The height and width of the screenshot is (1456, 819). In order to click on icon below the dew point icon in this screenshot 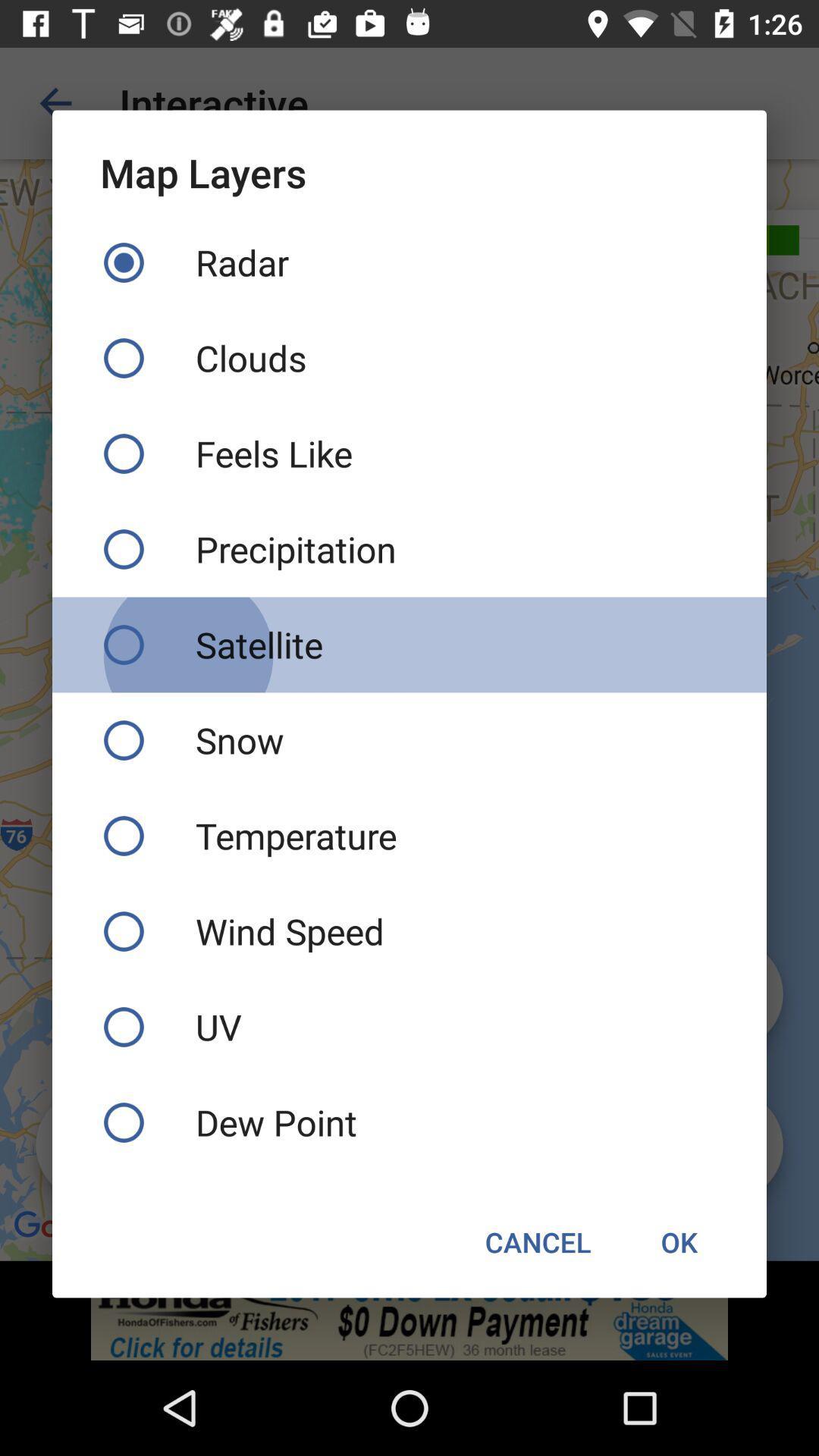, I will do `click(678, 1241)`.